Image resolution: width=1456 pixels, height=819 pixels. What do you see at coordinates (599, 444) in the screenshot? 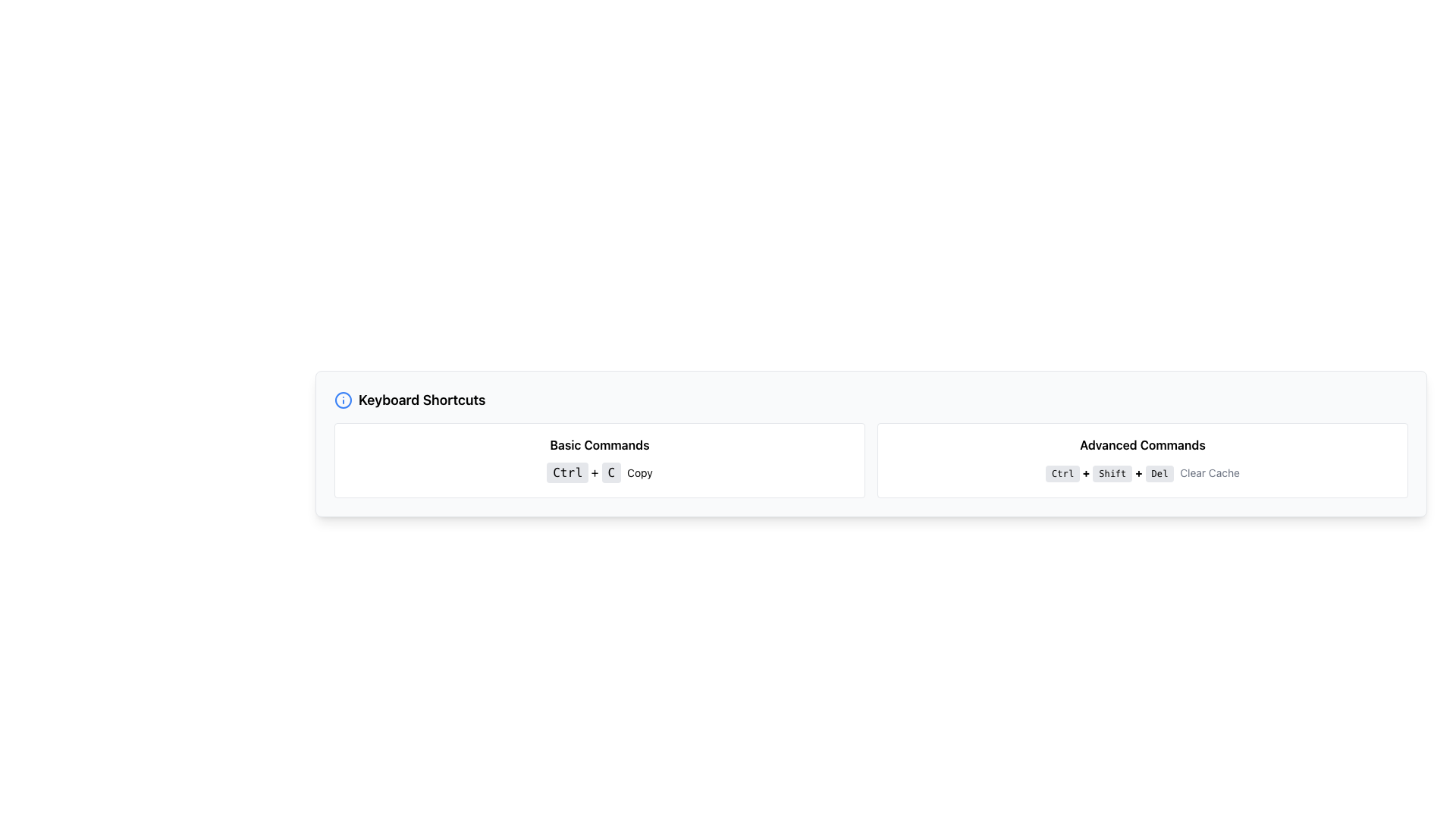
I see `the text label displaying the title 'Basic Commands', which is prominently styled in bold and medium-sized font, located near the top center of the left panel above the list of keyboard shortcuts` at bounding box center [599, 444].